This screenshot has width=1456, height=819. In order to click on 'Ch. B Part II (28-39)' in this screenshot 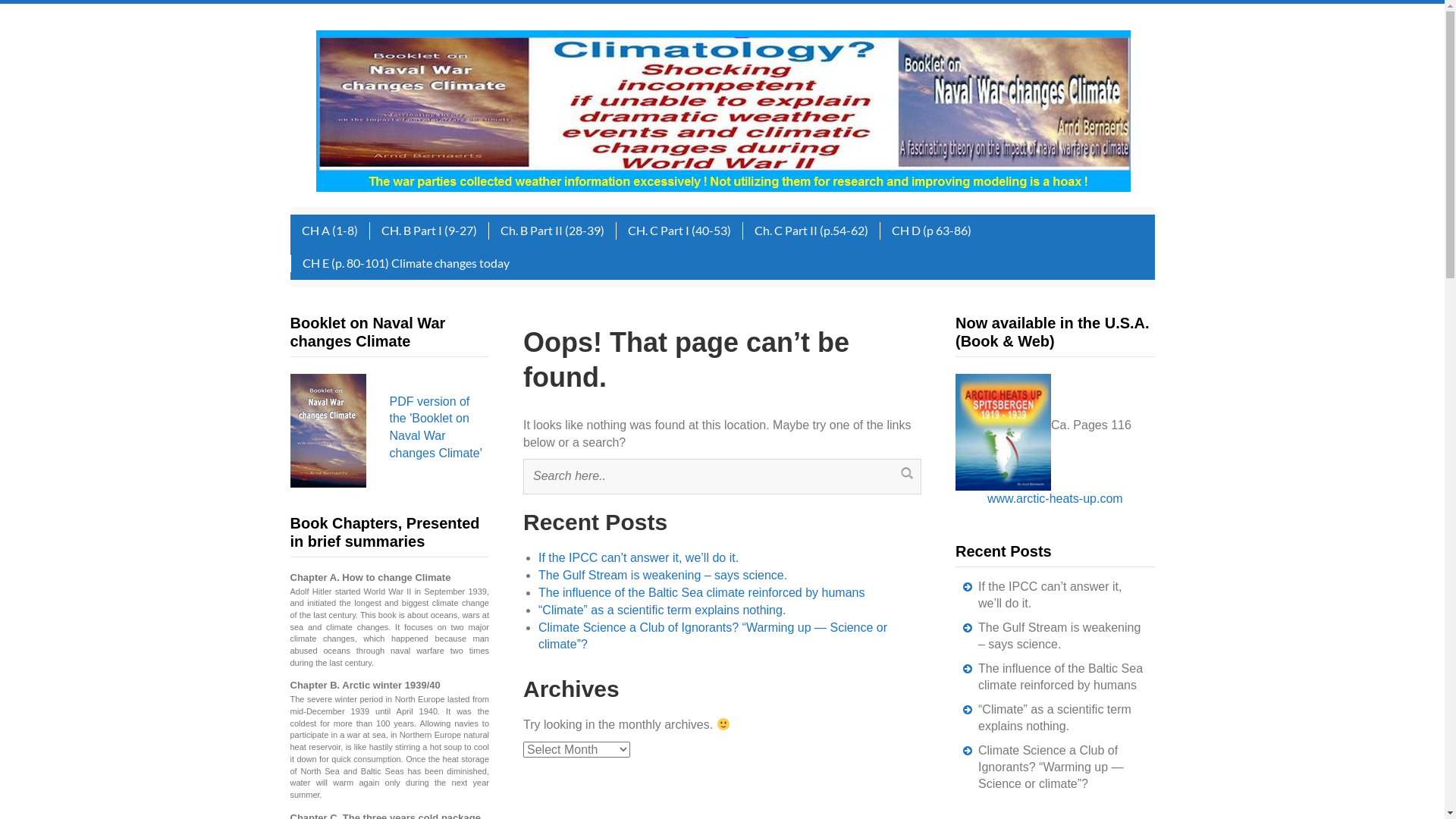, I will do `click(488, 231)`.